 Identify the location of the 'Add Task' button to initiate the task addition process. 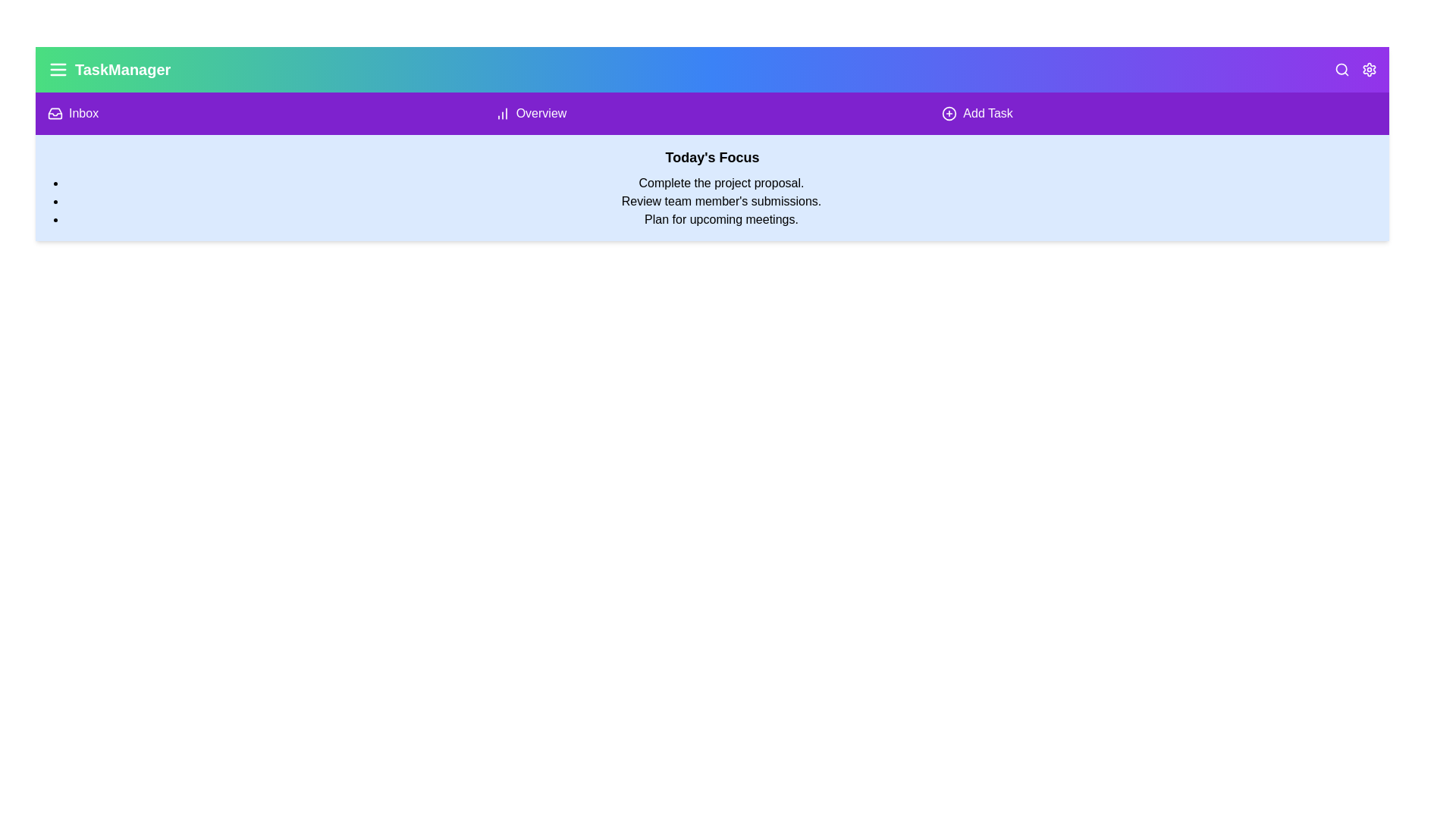
(1159, 113).